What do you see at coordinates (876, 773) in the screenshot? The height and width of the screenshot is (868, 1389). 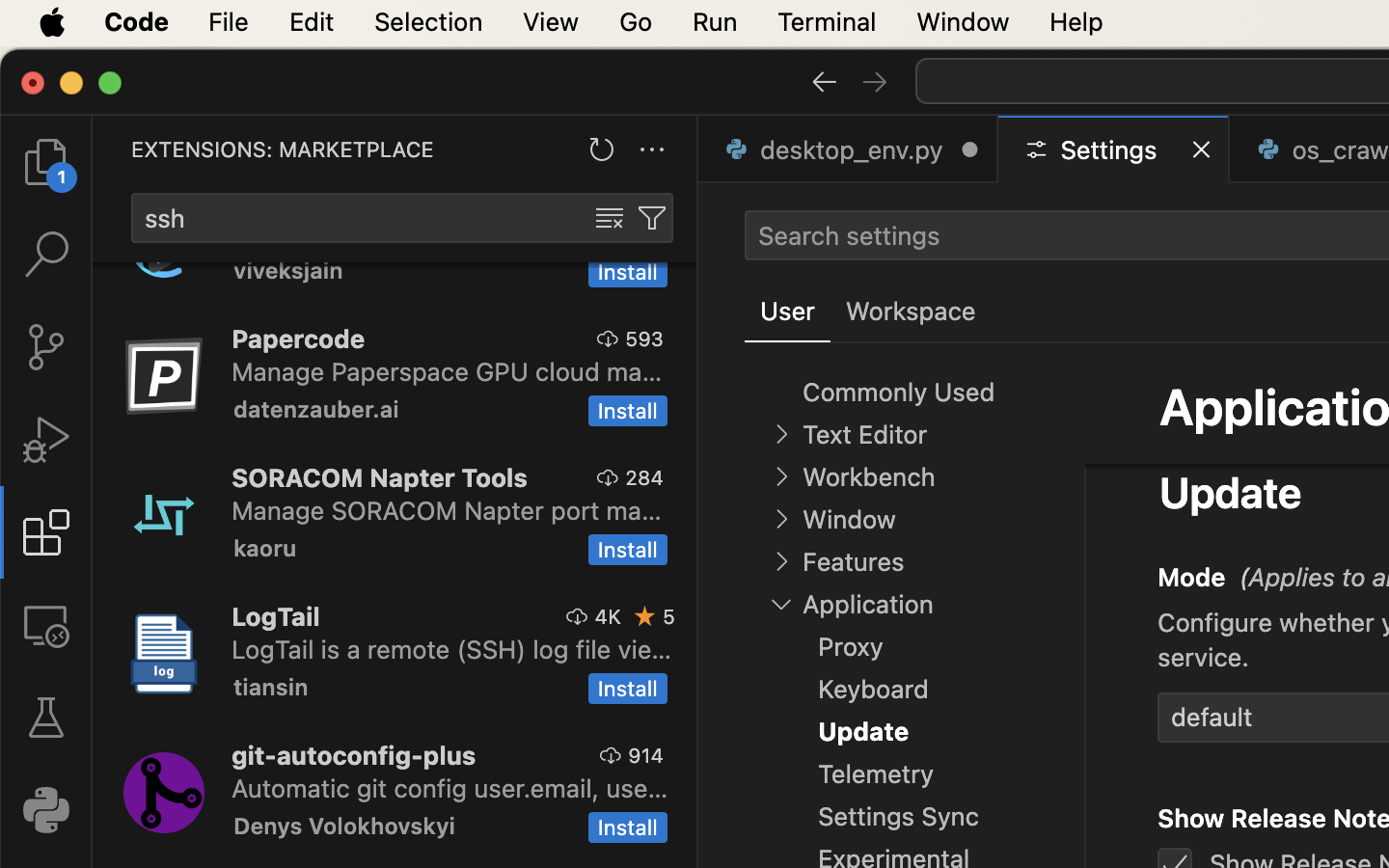 I see `'Telemetry'` at bounding box center [876, 773].